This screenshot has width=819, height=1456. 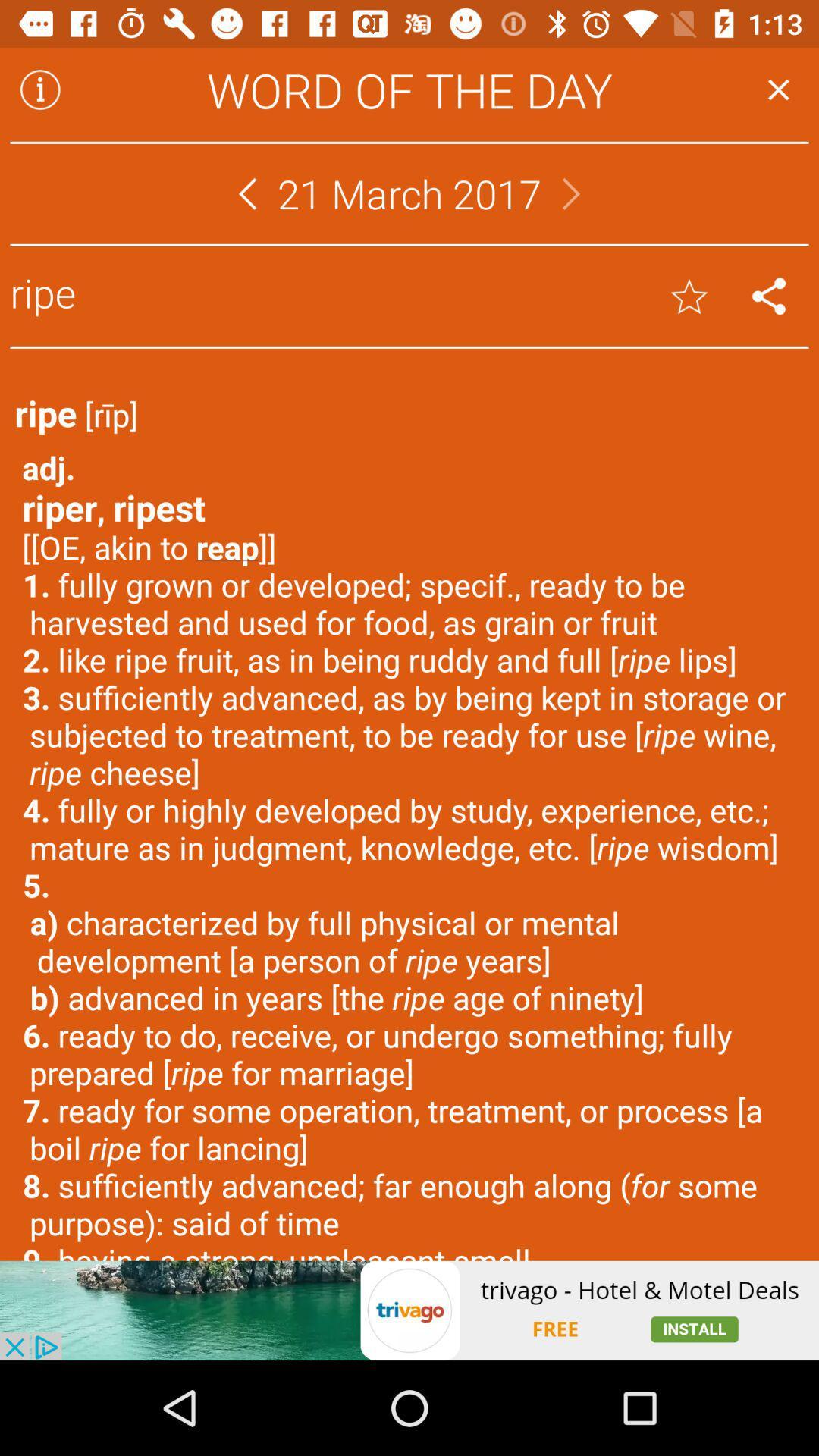 What do you see at coordinates (39, 89) in the screenshot?
I see `icon` at bounding box center [39, 89].